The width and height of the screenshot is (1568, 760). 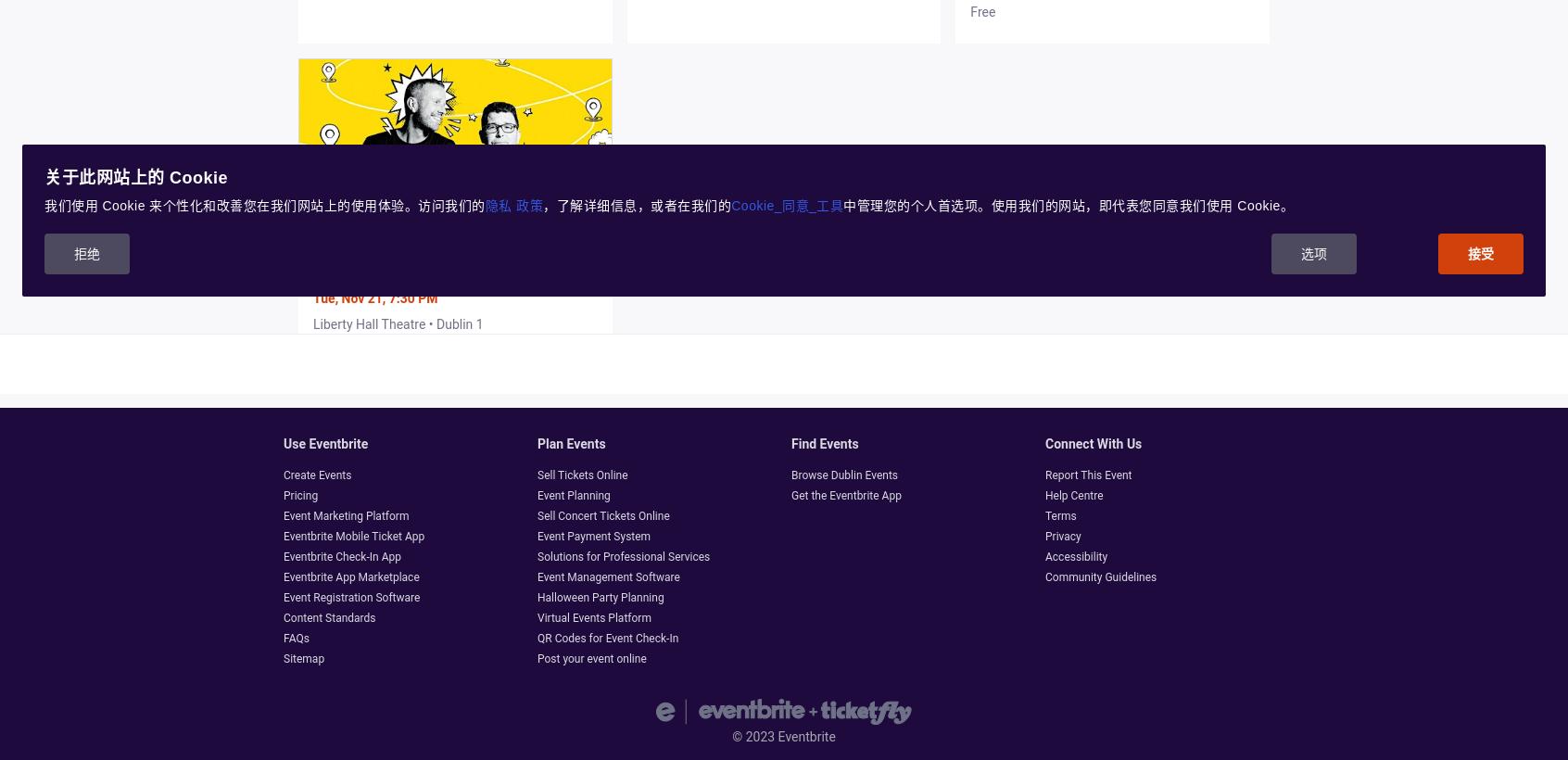 What do you see at coordinates (1059, 515) in the screenshot?
I see `'Terms'` at bounding box center [1059, 515].